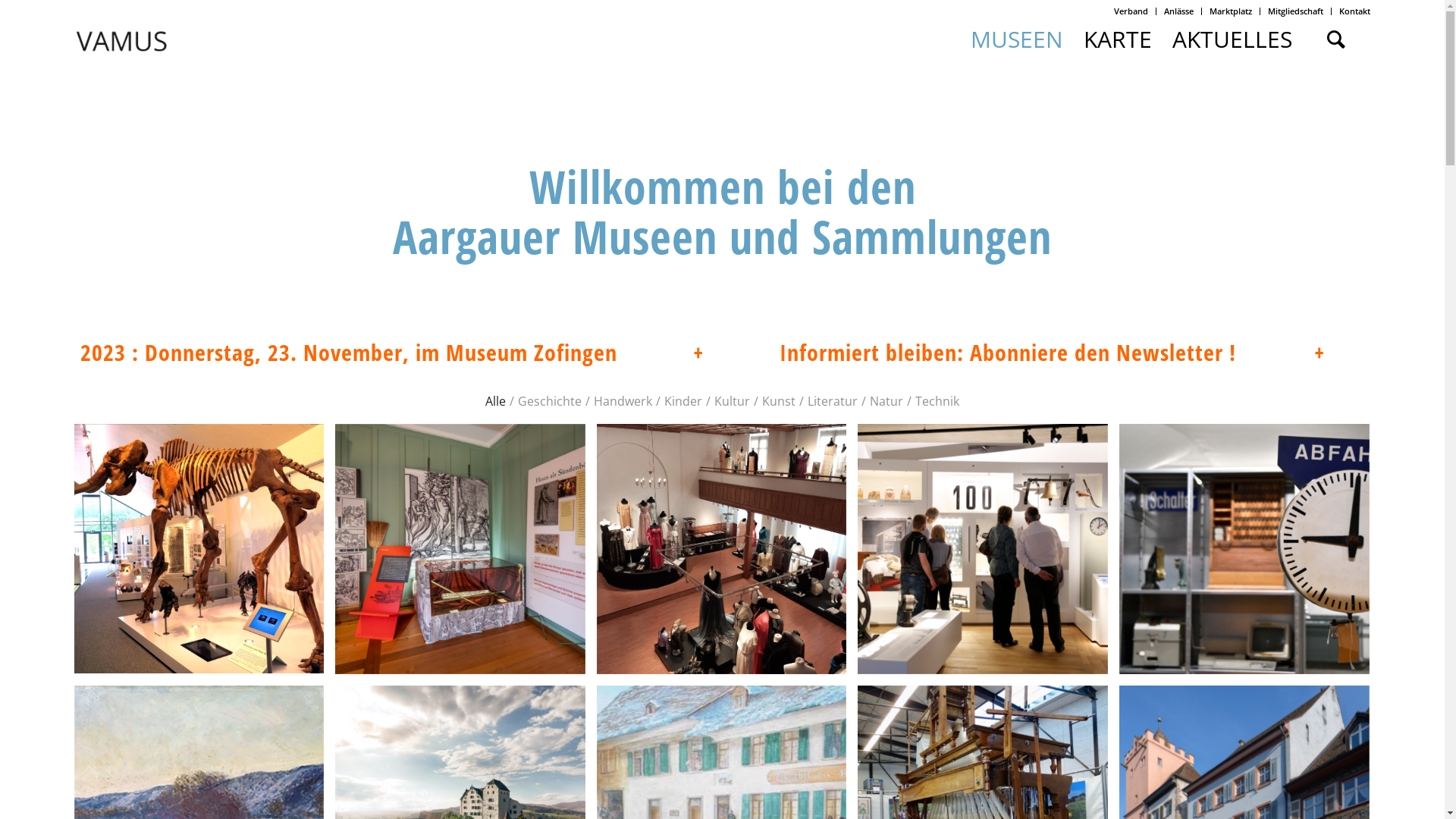 The height and width of the screenshot is (819, 1456). Describe the element at coordinates (761, 381) in the screenshot. I see `'Kunst'` at that location.